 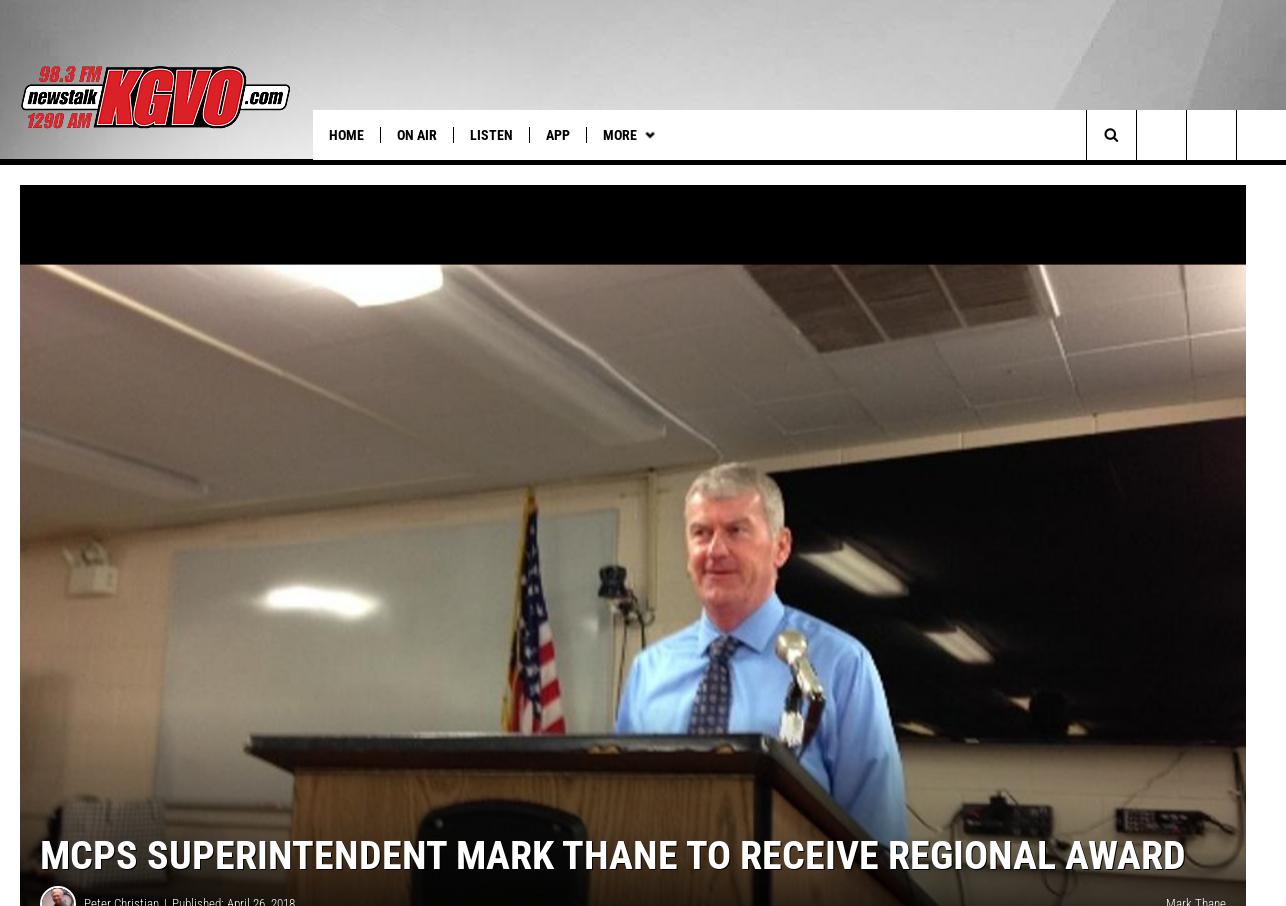 What do you see at coordinates (345, 133) in the screenshot?
I see `'Home'` at bounding box center [345, 133].